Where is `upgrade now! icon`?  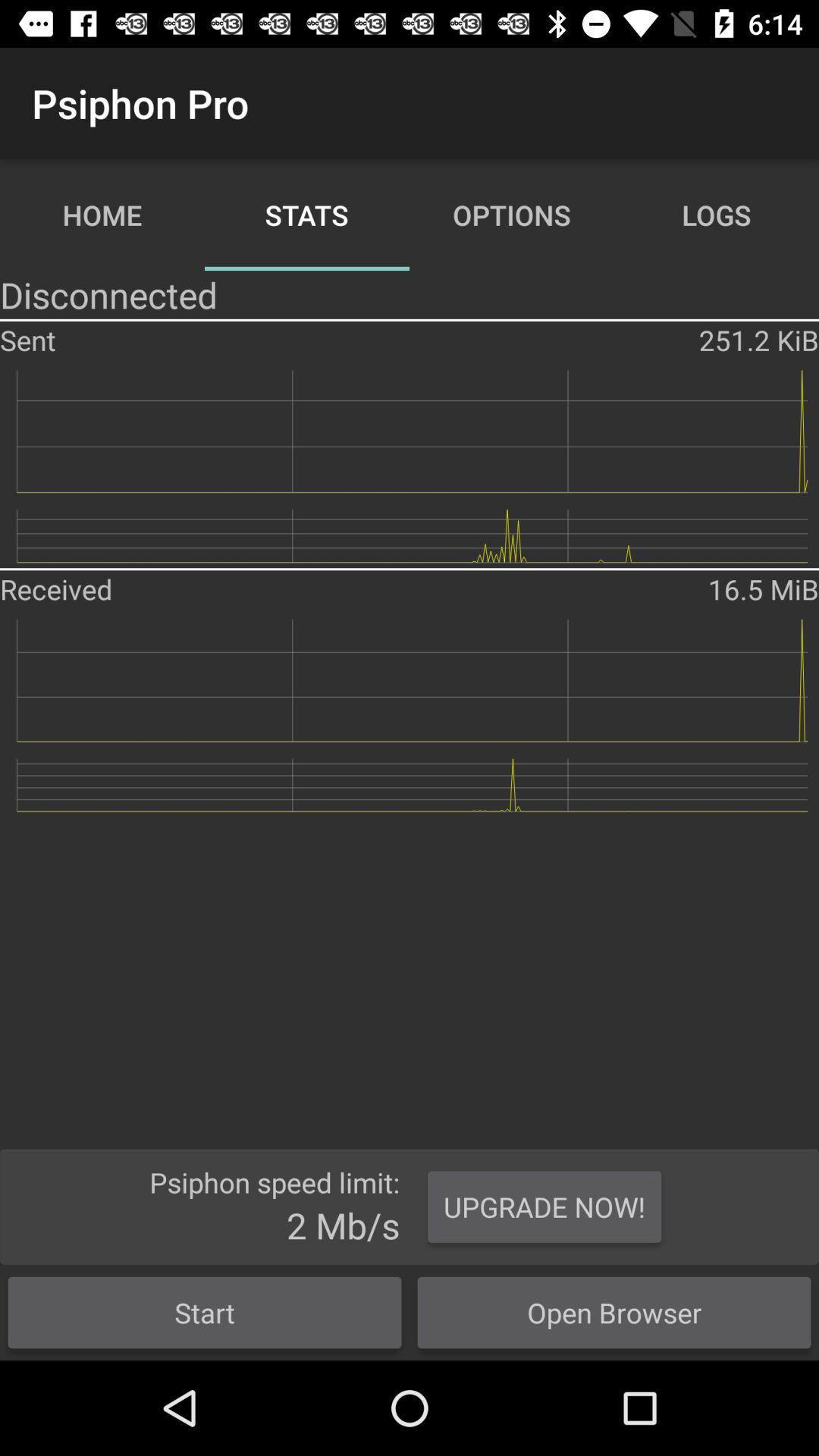
upgrade now! icon is located at coordinates (544, 1206).